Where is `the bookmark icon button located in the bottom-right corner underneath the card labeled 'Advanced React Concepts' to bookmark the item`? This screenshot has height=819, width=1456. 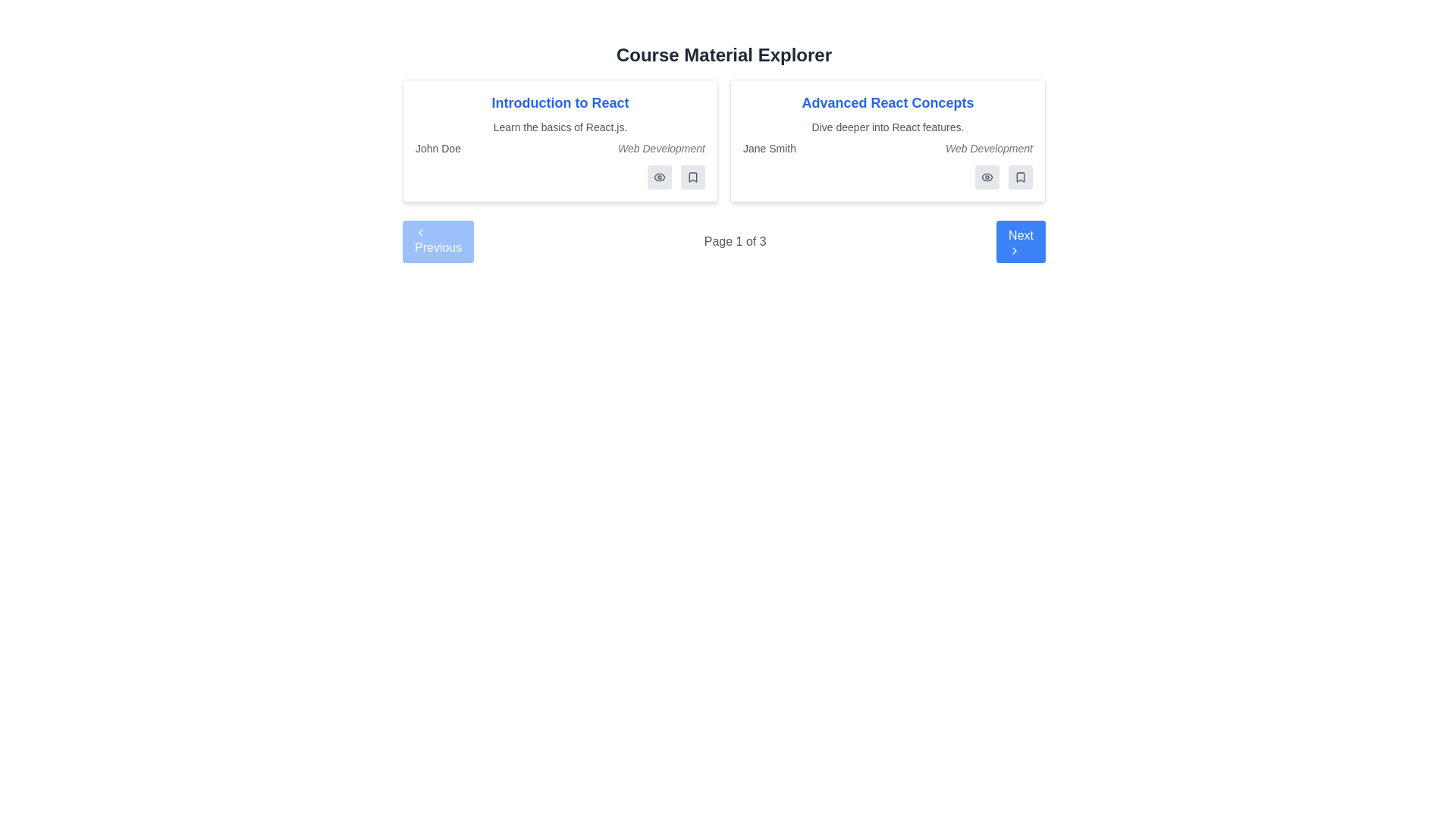
the bookmark icon button located in the bottom-right corner underneath the card labeled 'Advanced React Concepts' to bookmark the item is located at coordinates (1020, 177).